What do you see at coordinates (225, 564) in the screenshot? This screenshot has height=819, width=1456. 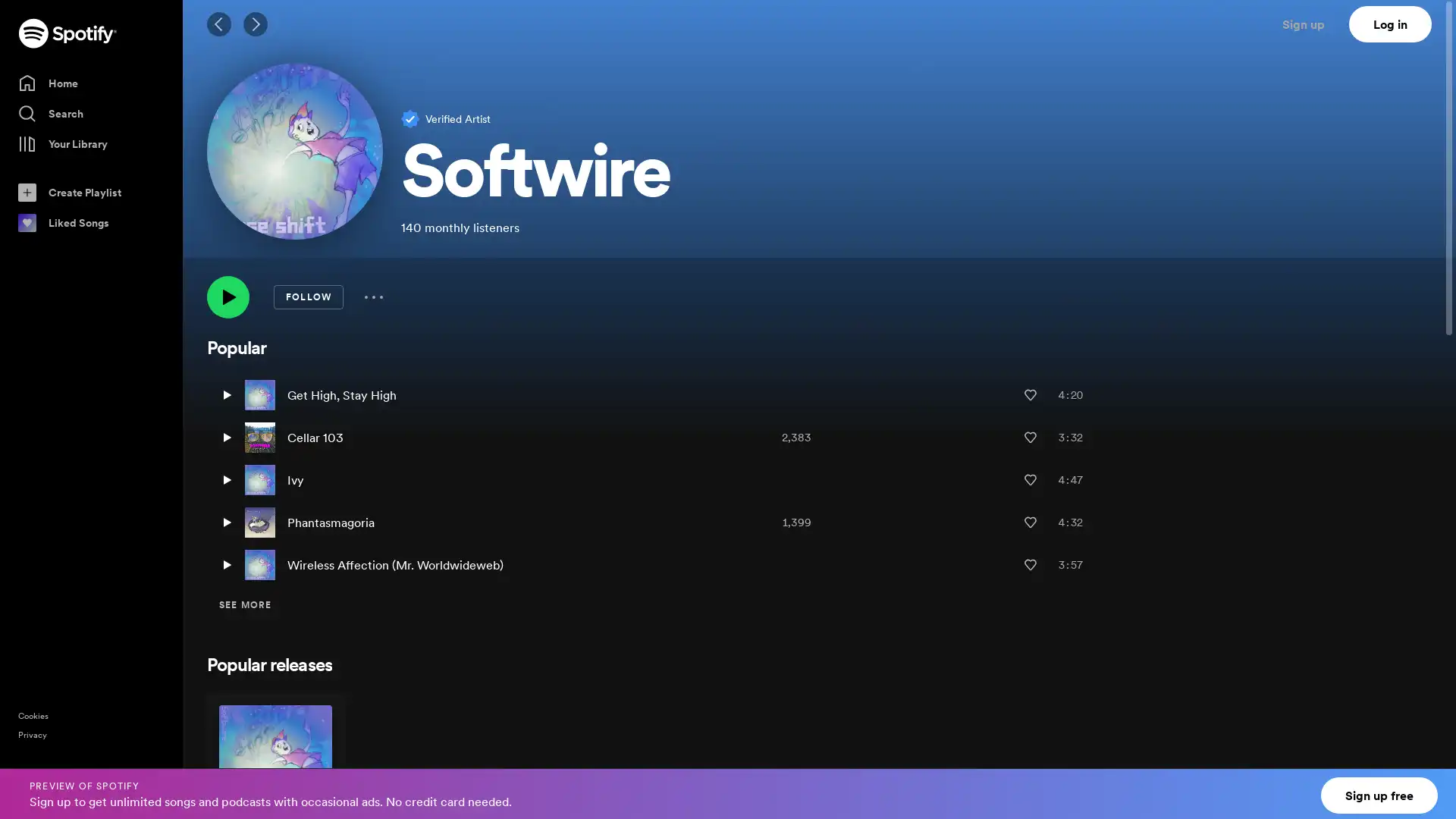 I see `Play Wireless Affection (Mr. Worldwideweb) by Softwire` at bounding box center [225, 564].